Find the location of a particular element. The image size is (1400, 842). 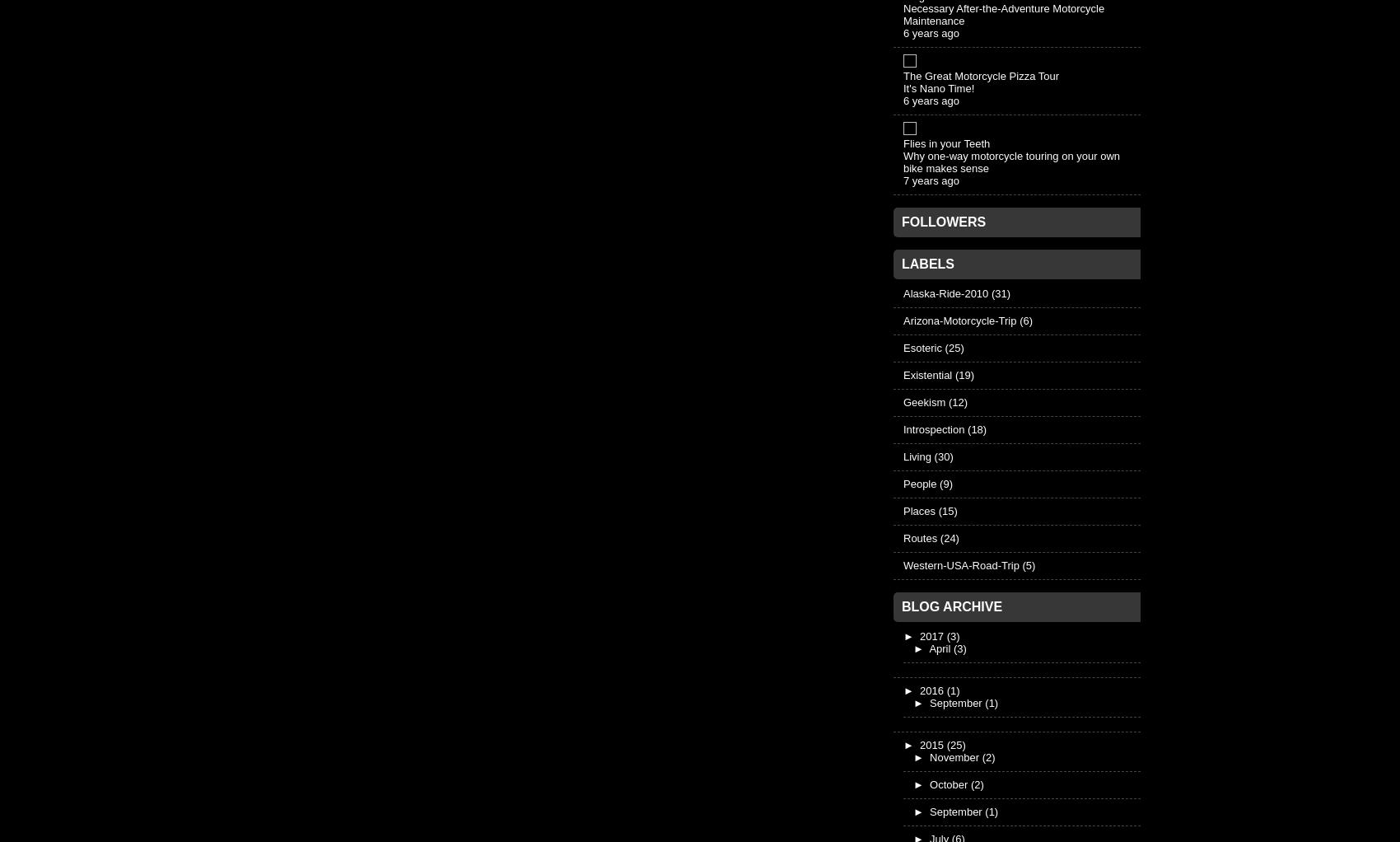

'(24)' is located at coordinates (940, 537).